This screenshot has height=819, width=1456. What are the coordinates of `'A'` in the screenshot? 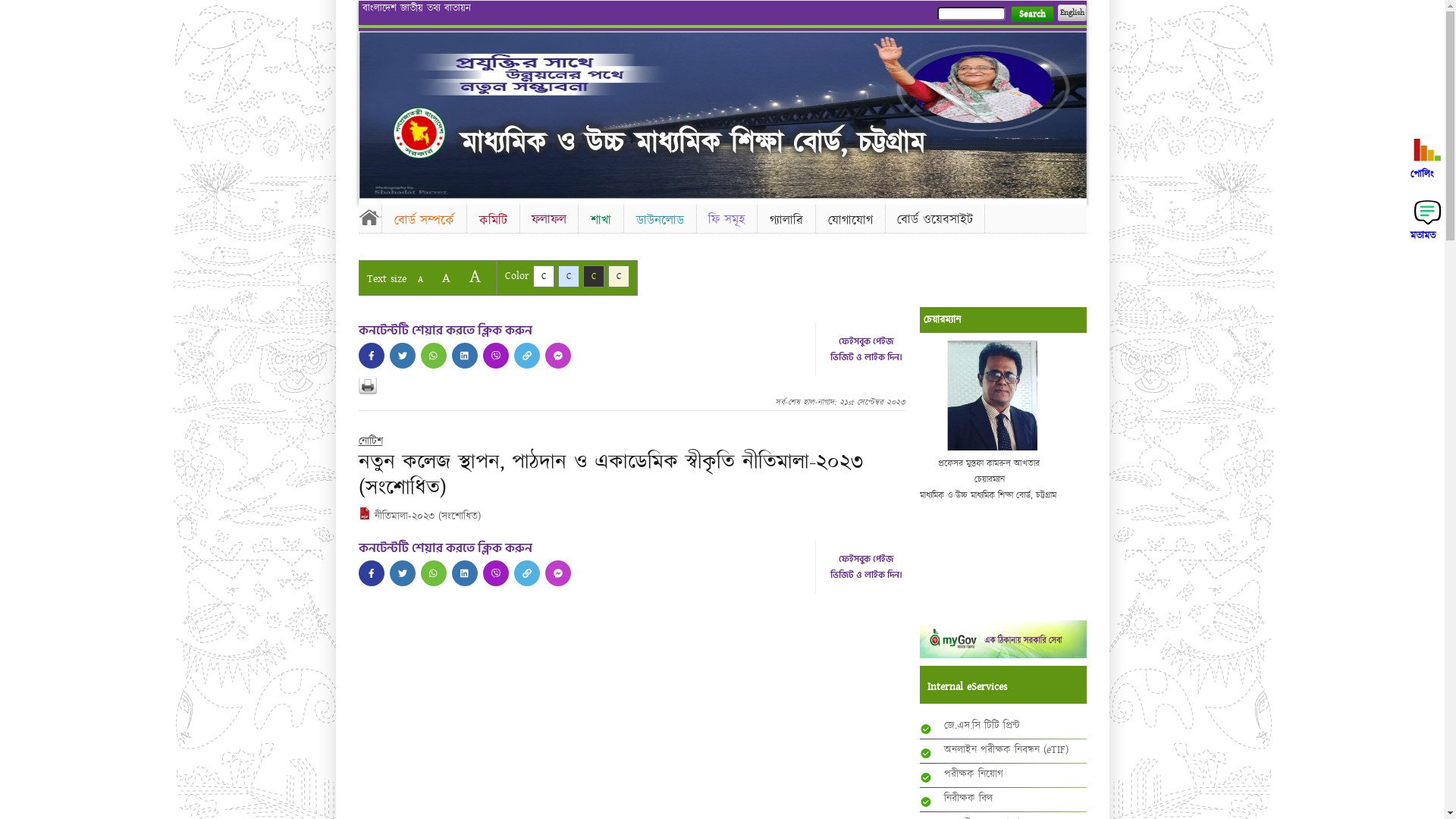 It's located at (444, 278).